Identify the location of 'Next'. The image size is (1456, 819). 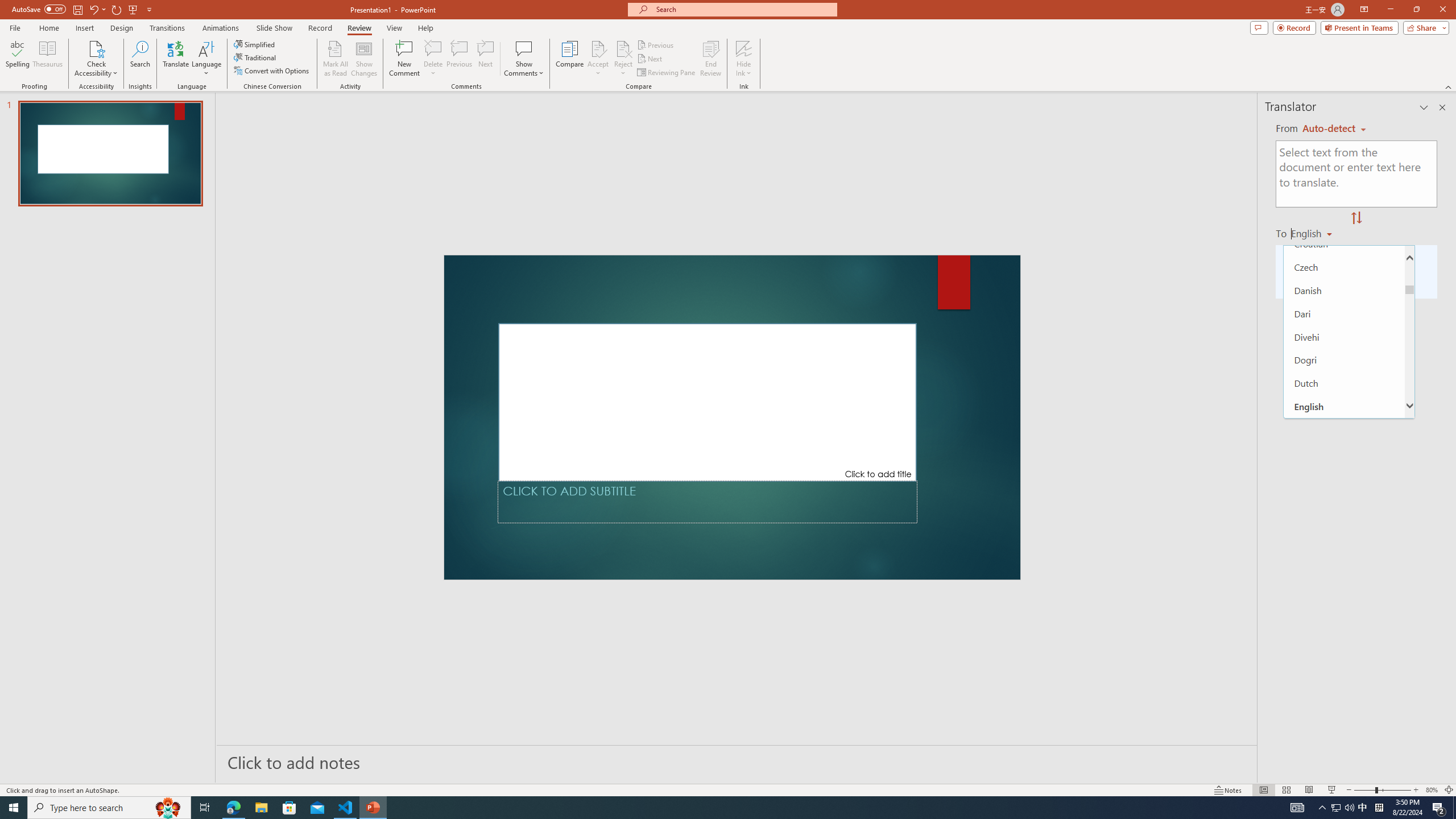
(650, 59).